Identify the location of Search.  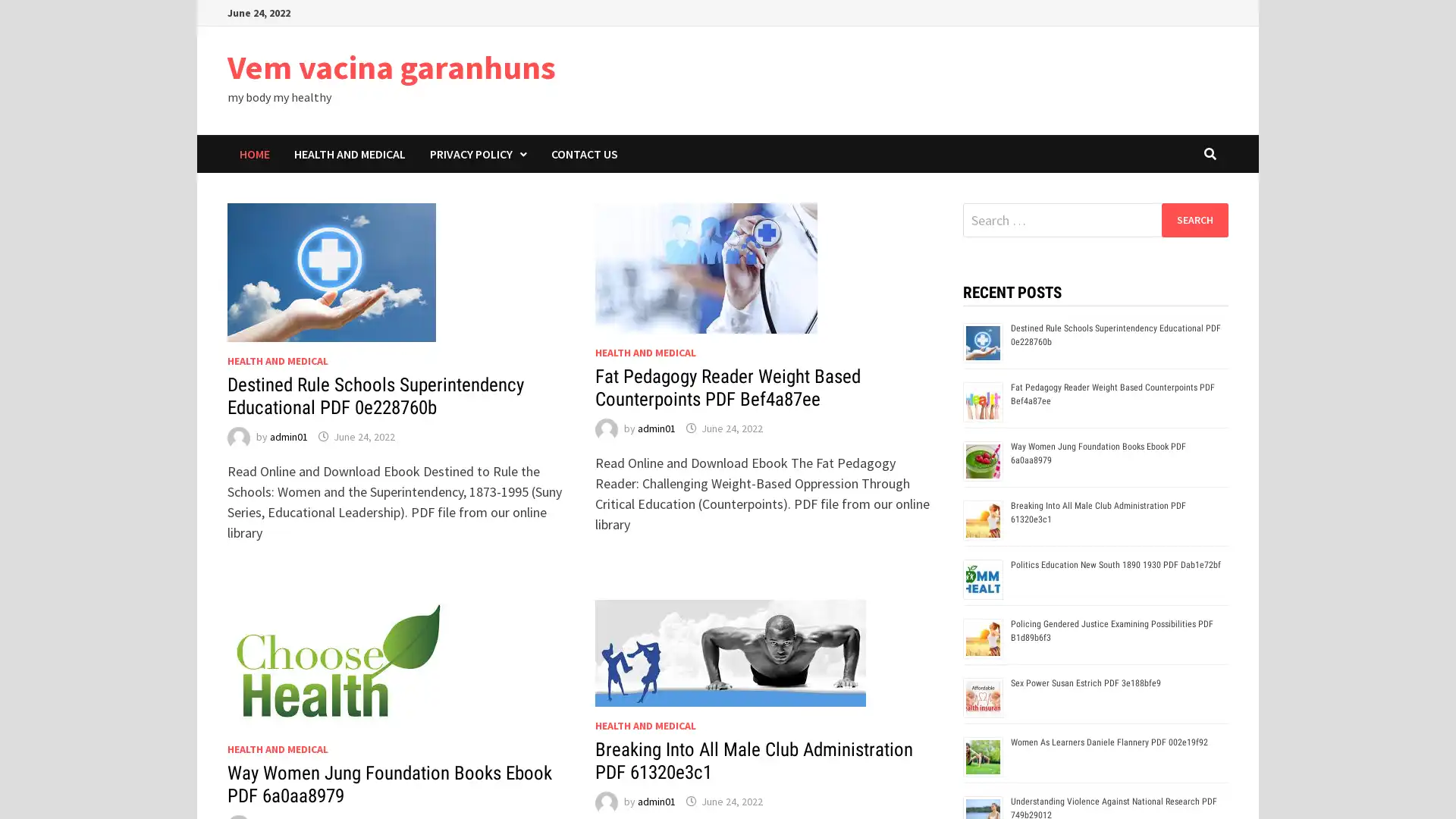
(1194, 219).